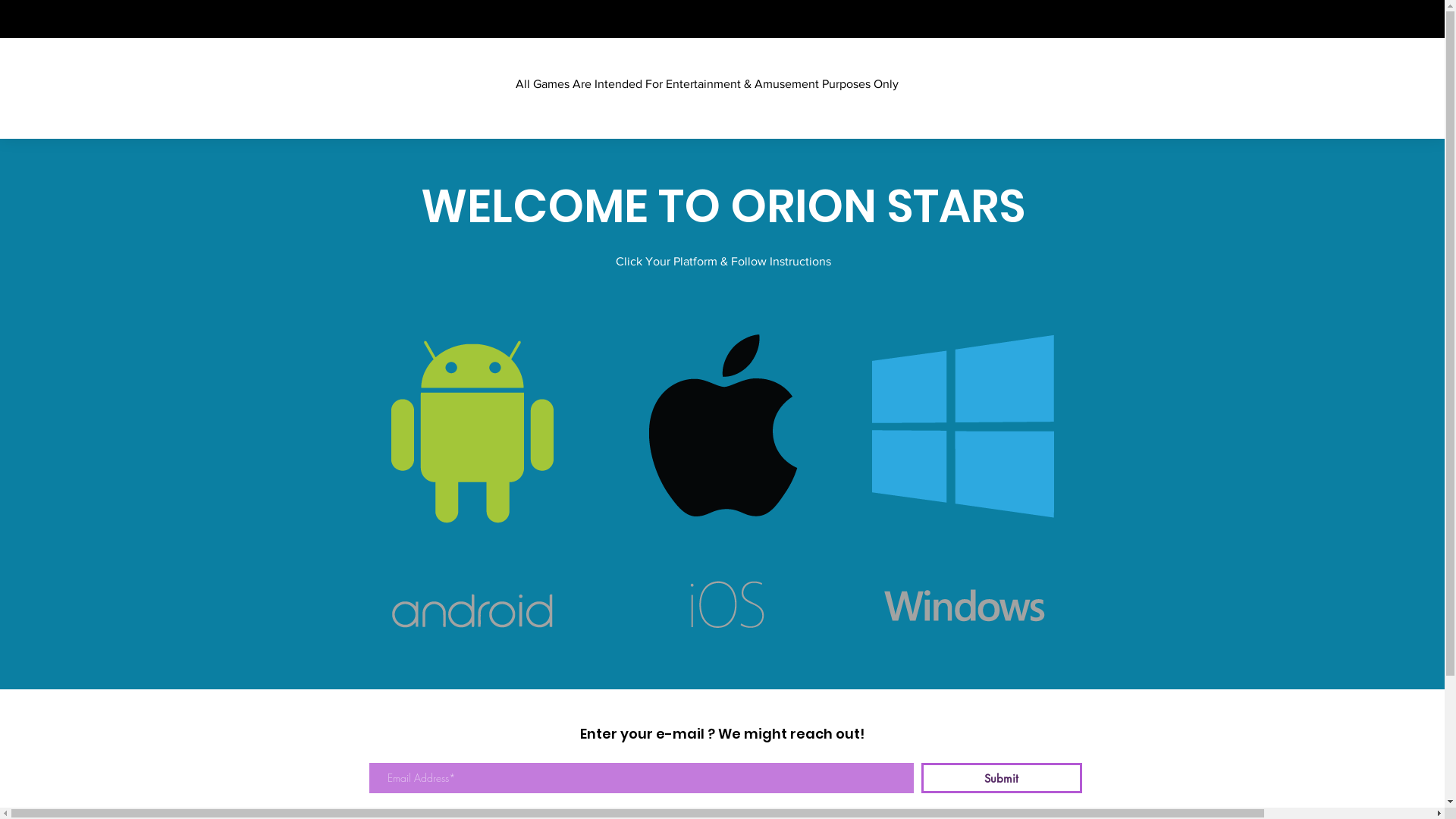 This screenshot has height=819, width=1456. I want to click on 'Submit', so click(1001, 778).